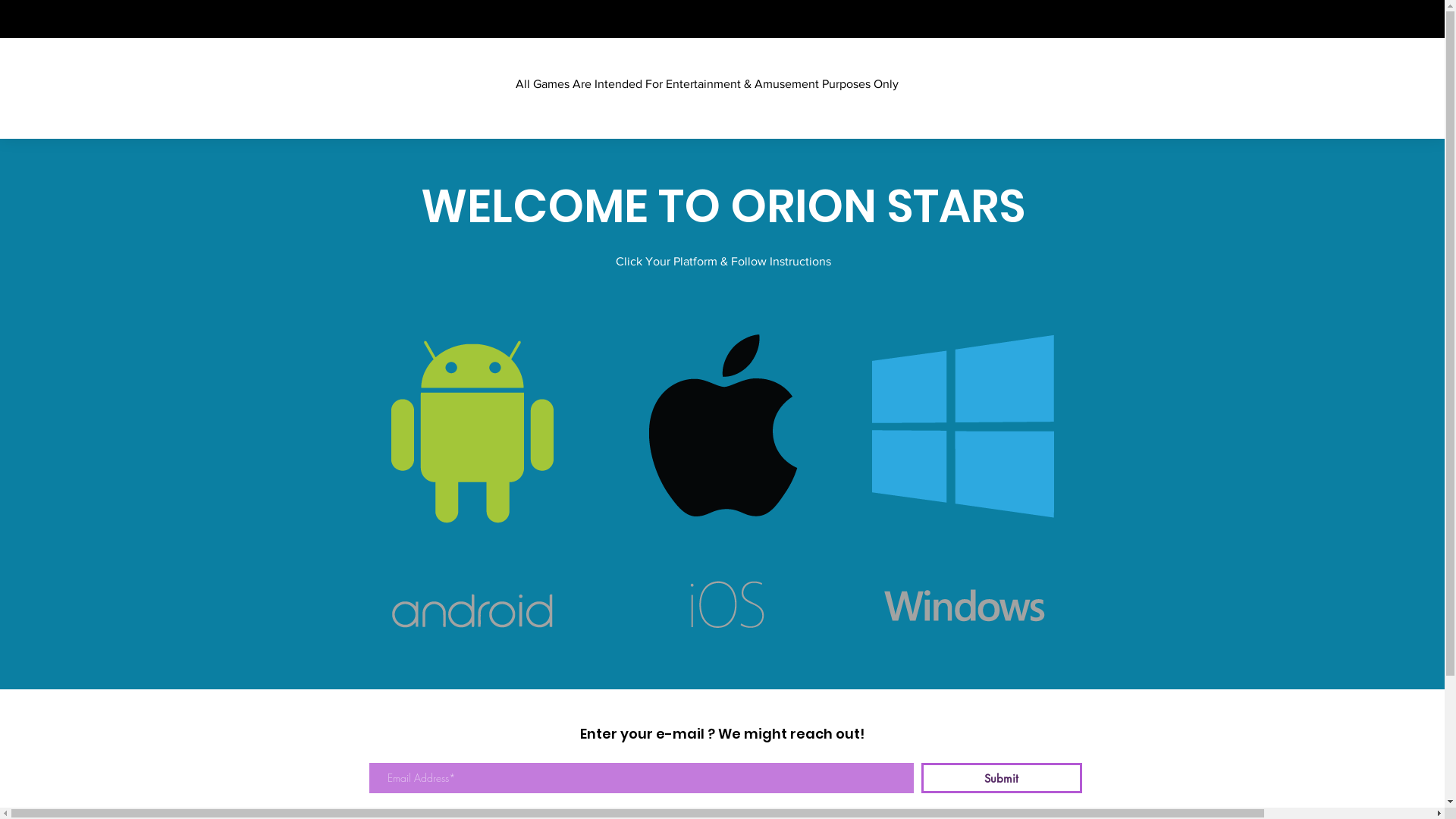 This screenshot has height=819, width=1456. I want to click on 'Submit', so click(1001, 778).